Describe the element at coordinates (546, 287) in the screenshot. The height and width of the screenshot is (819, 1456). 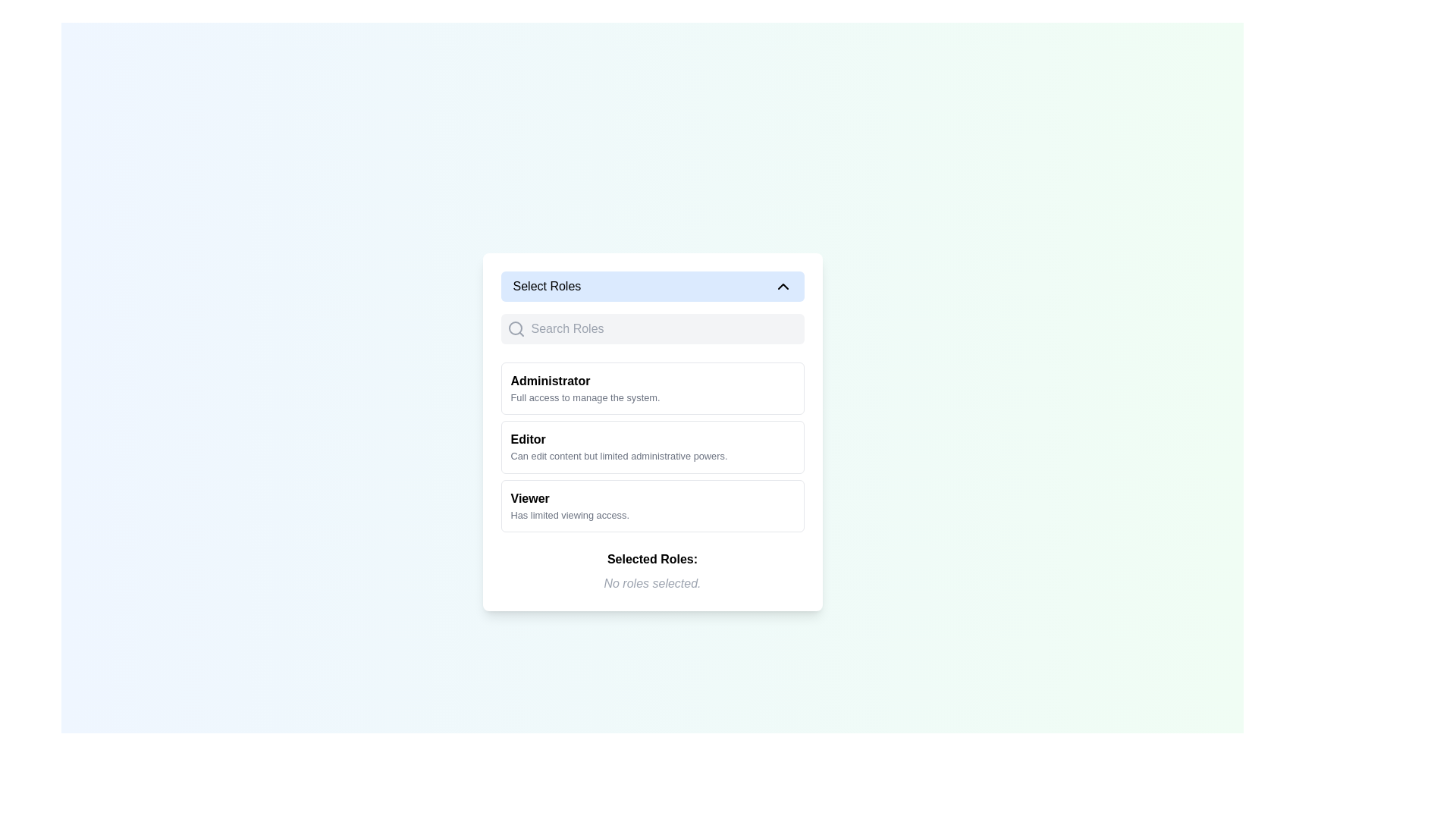
I see `the text label displaying 'Select Roles' in black font on a light blue background, positioned to the left of an arrow icon in the dropdown header` at that location.